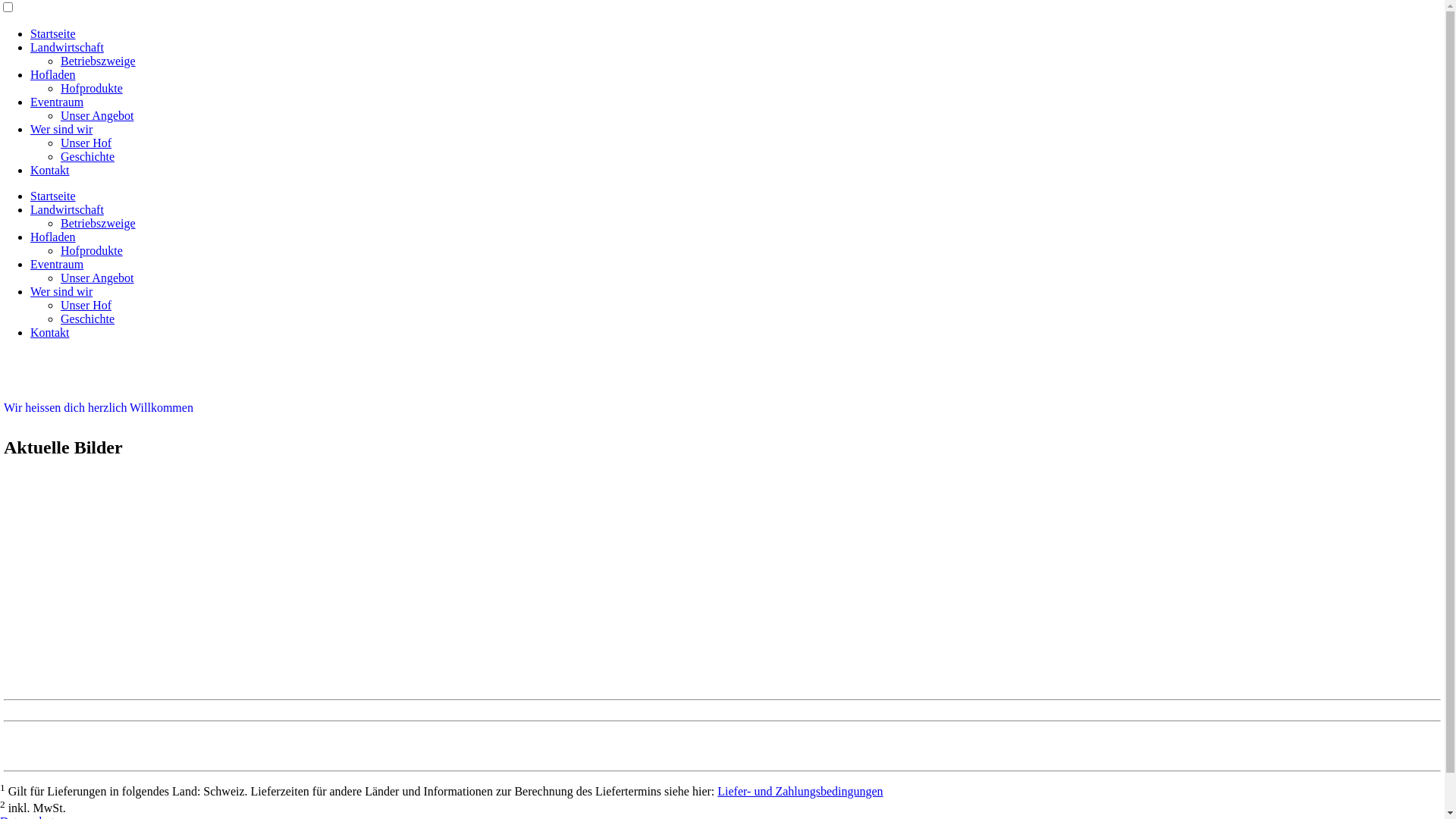 The image size is (1456, 819). I want to click on 'Hofladen', so click(30, 237).